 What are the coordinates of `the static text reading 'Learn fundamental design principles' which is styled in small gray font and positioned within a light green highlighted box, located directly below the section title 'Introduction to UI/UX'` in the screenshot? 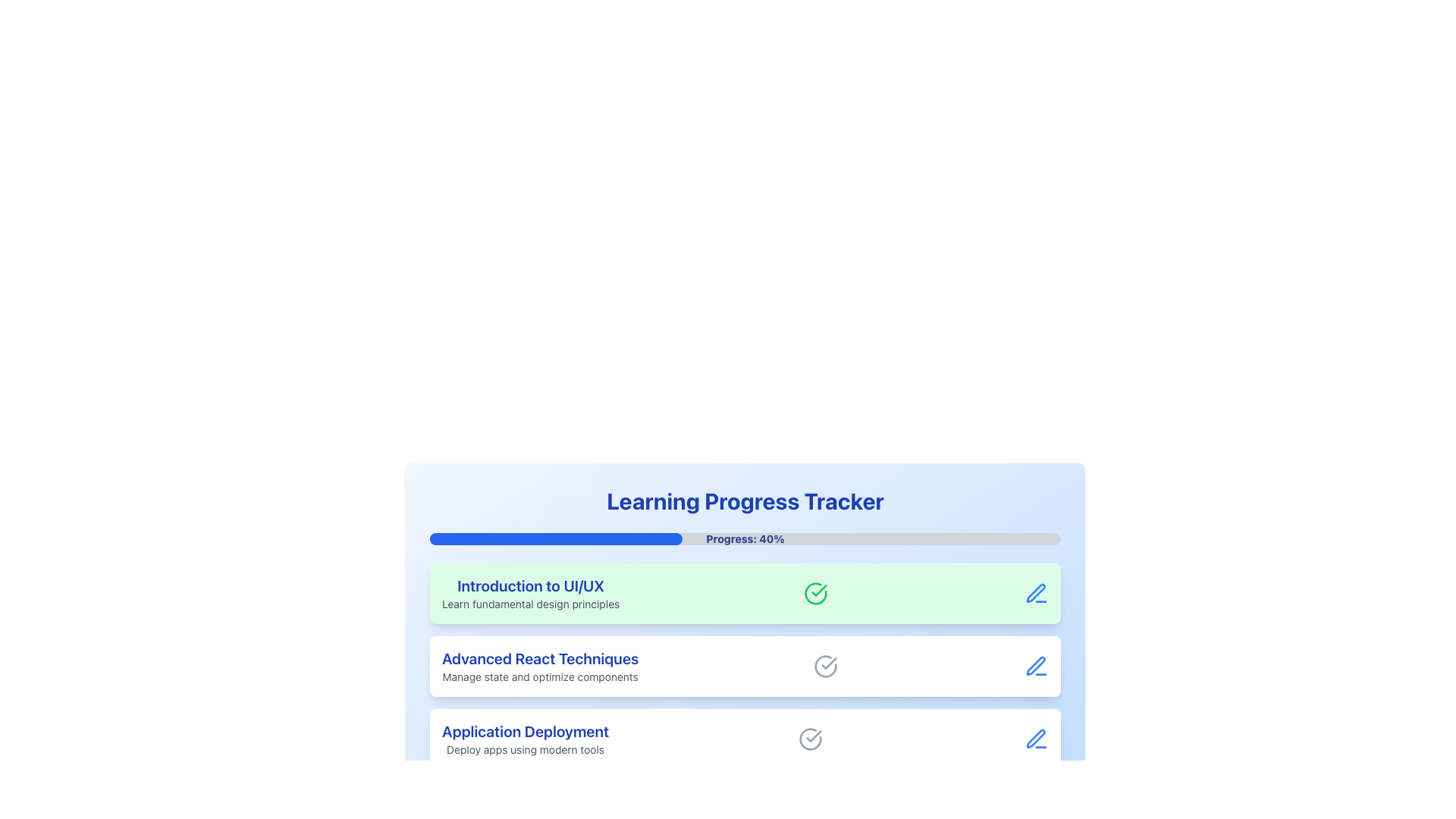 It's located at (531, 604).